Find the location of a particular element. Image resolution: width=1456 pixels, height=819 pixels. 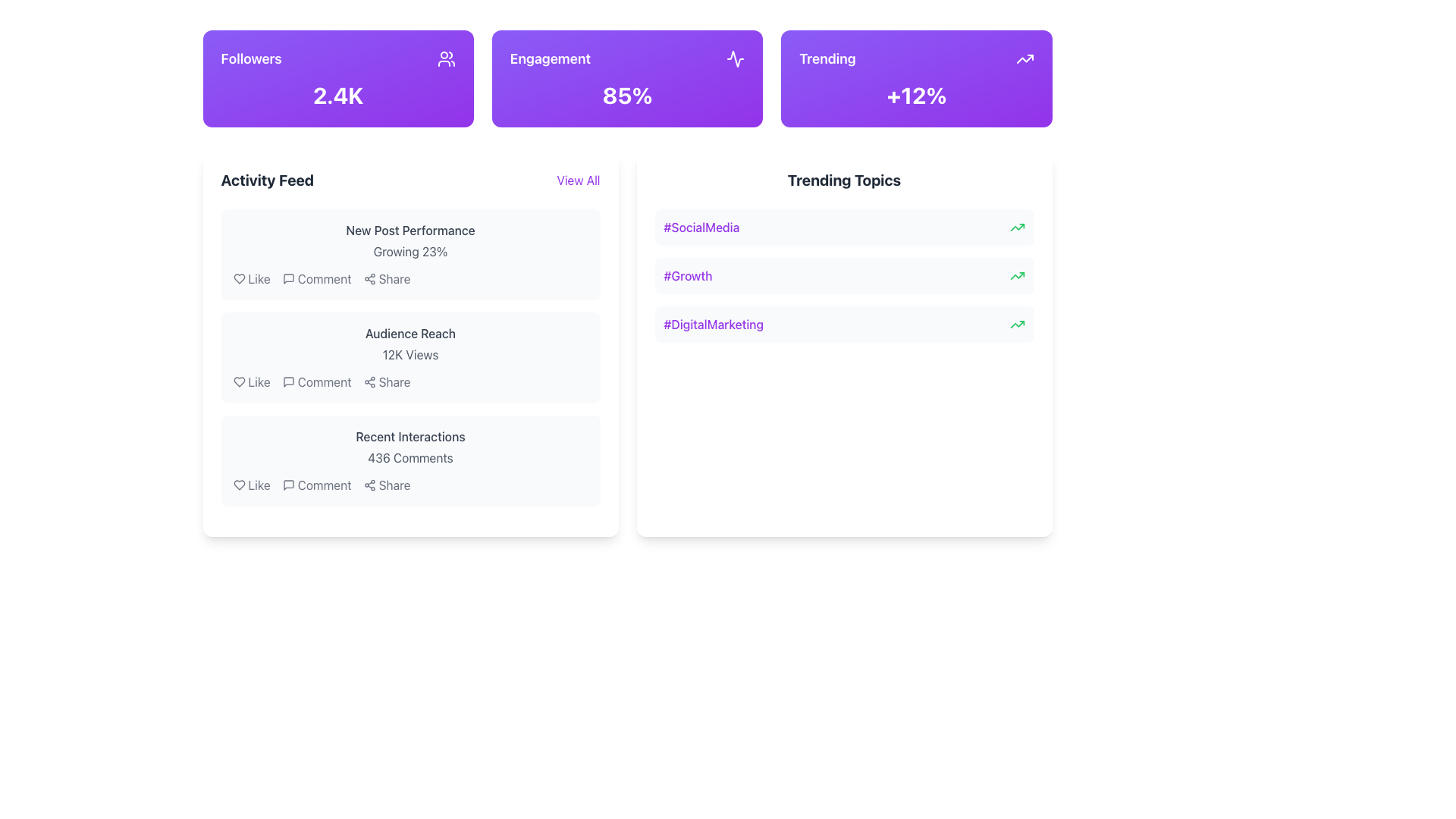

the clickable hashtag text label for the trending topic at the top of the 'Trending Topics' list is located at coordinates (701, 227).